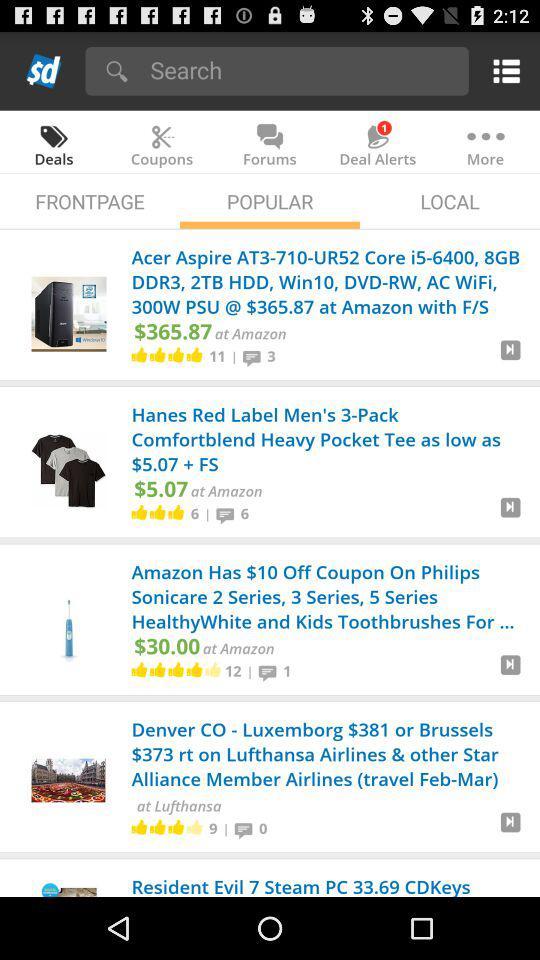 The image size is (540, 960). What do you see at coordinates (510, 514) in the screenshot?
I see `next page` at bounding box center [510, 514].